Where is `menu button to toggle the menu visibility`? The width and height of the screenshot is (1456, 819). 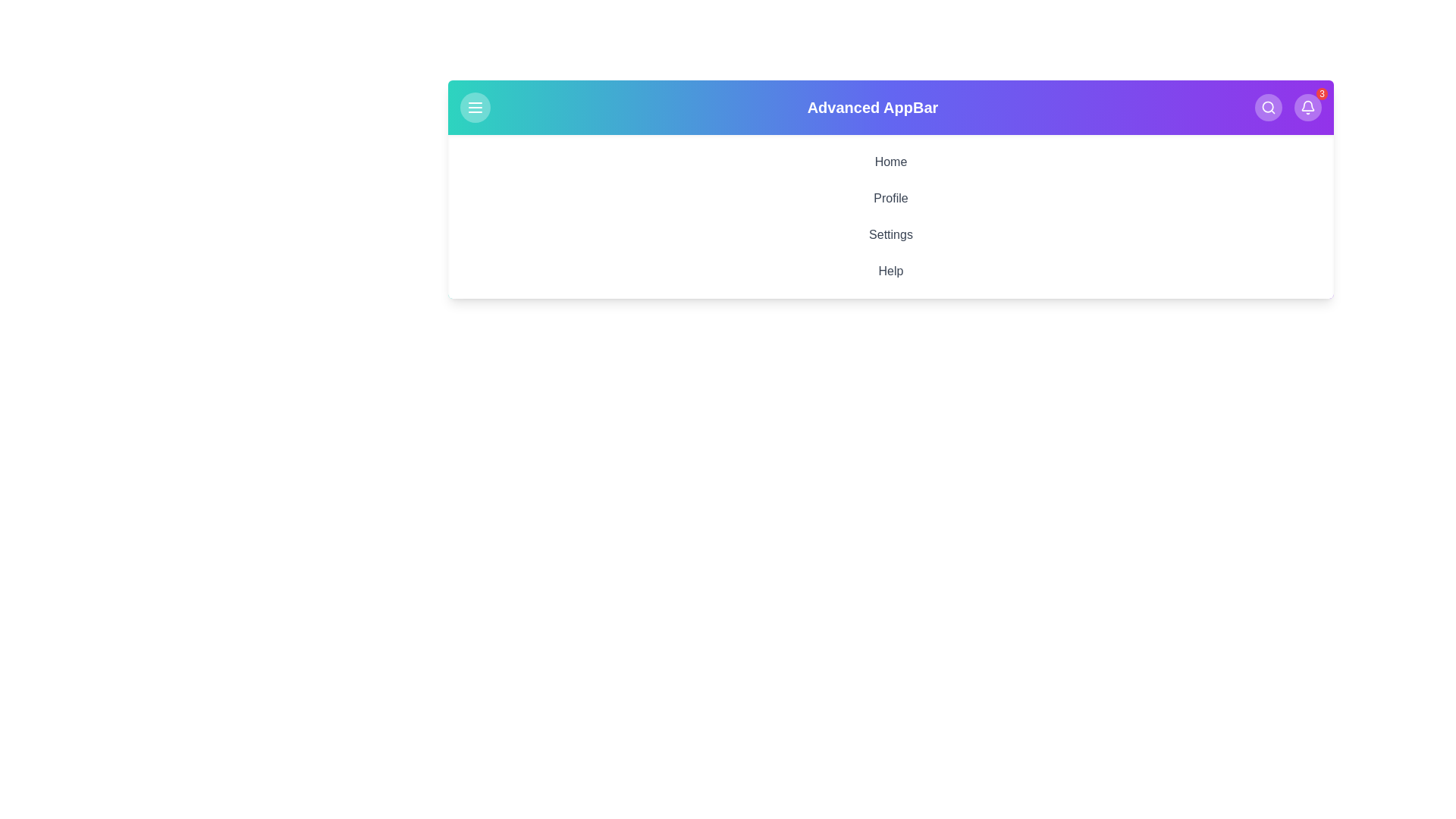
menu button to toggle the menu visibility is located at coordinates (475, 107).